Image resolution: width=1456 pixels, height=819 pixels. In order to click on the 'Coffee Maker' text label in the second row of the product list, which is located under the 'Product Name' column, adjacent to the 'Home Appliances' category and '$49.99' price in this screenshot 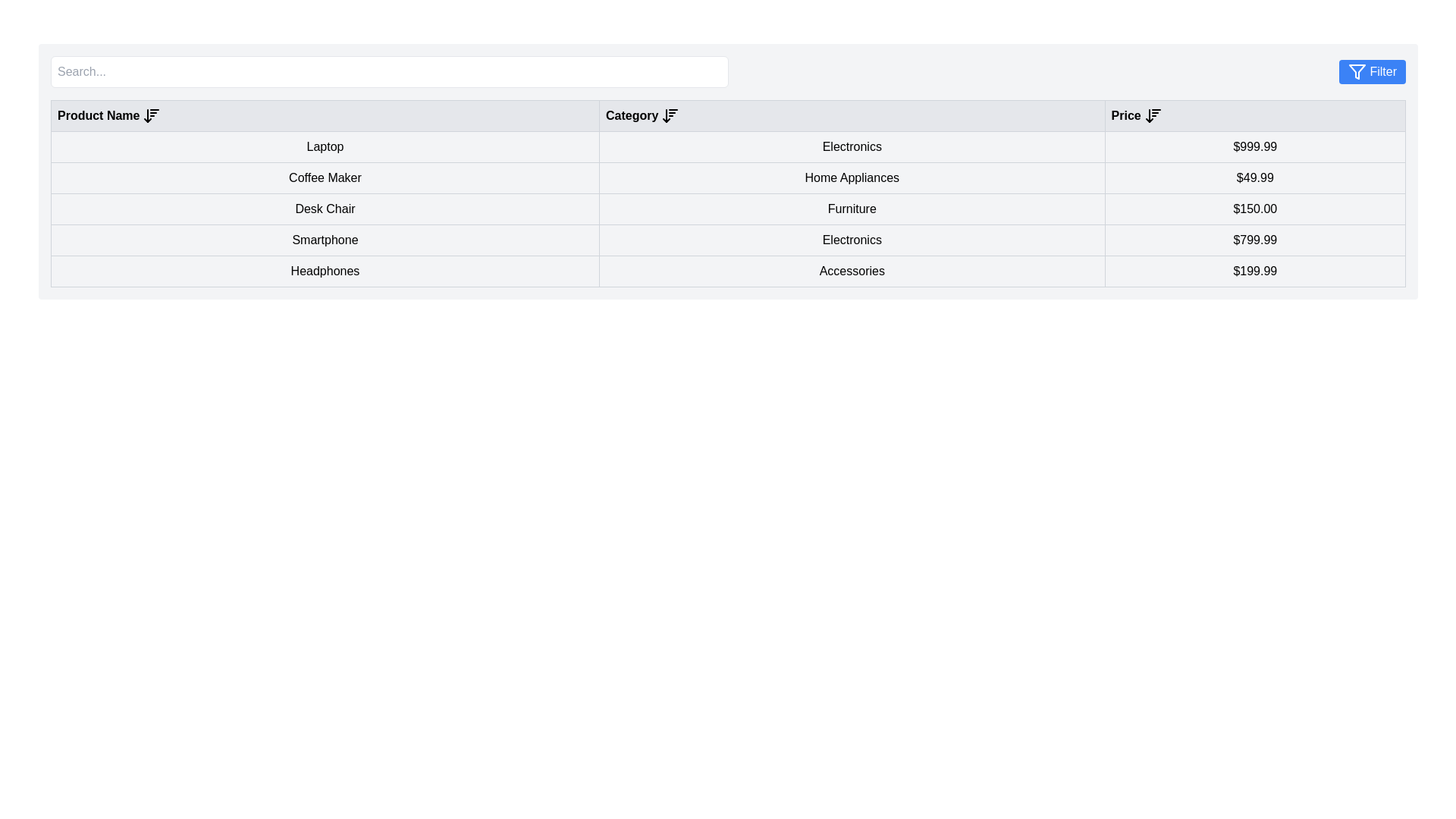, I will do `click(324, 177)`.